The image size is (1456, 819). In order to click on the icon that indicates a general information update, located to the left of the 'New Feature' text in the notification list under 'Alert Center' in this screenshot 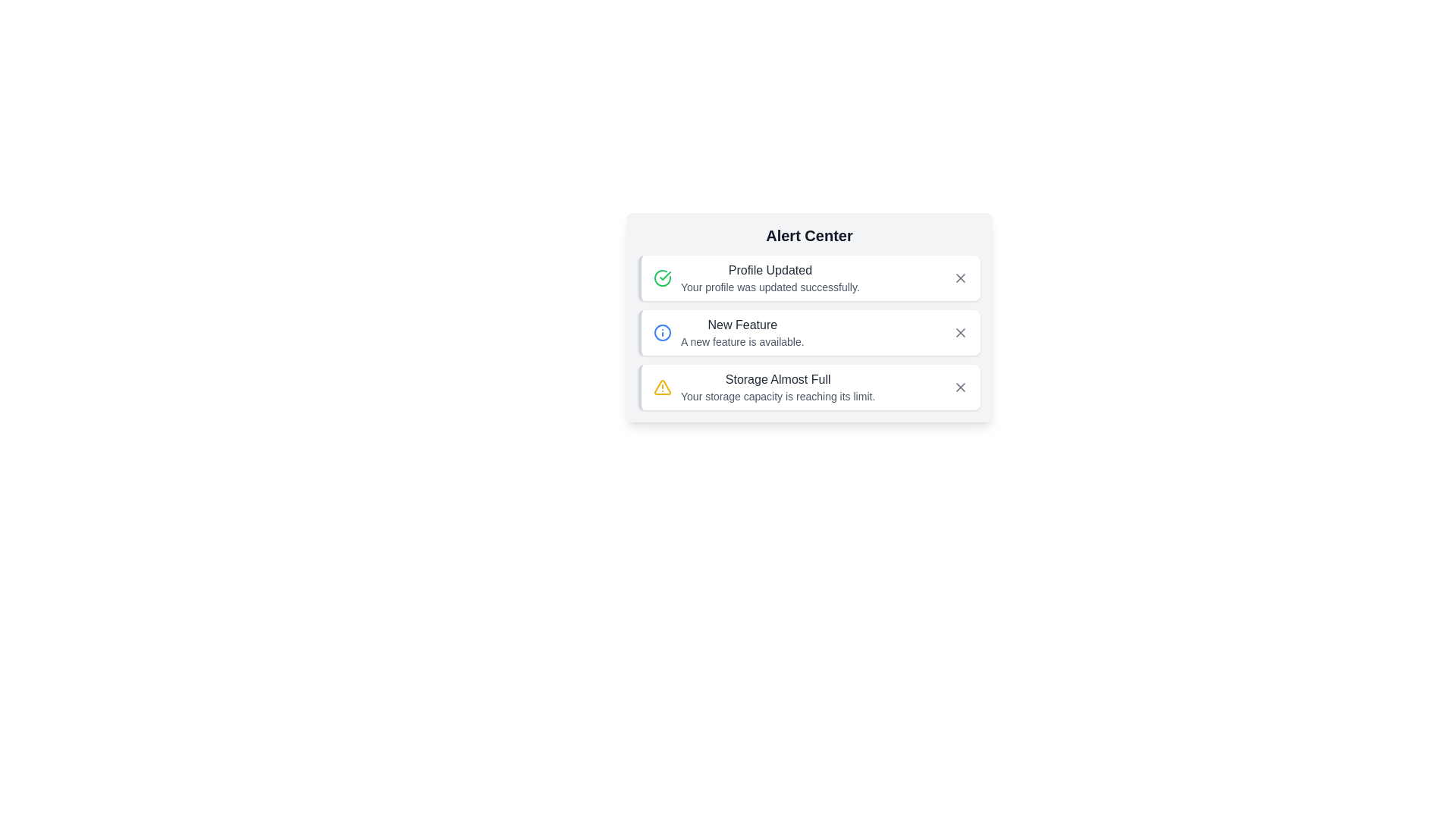, I will do `click(662, 332)`.